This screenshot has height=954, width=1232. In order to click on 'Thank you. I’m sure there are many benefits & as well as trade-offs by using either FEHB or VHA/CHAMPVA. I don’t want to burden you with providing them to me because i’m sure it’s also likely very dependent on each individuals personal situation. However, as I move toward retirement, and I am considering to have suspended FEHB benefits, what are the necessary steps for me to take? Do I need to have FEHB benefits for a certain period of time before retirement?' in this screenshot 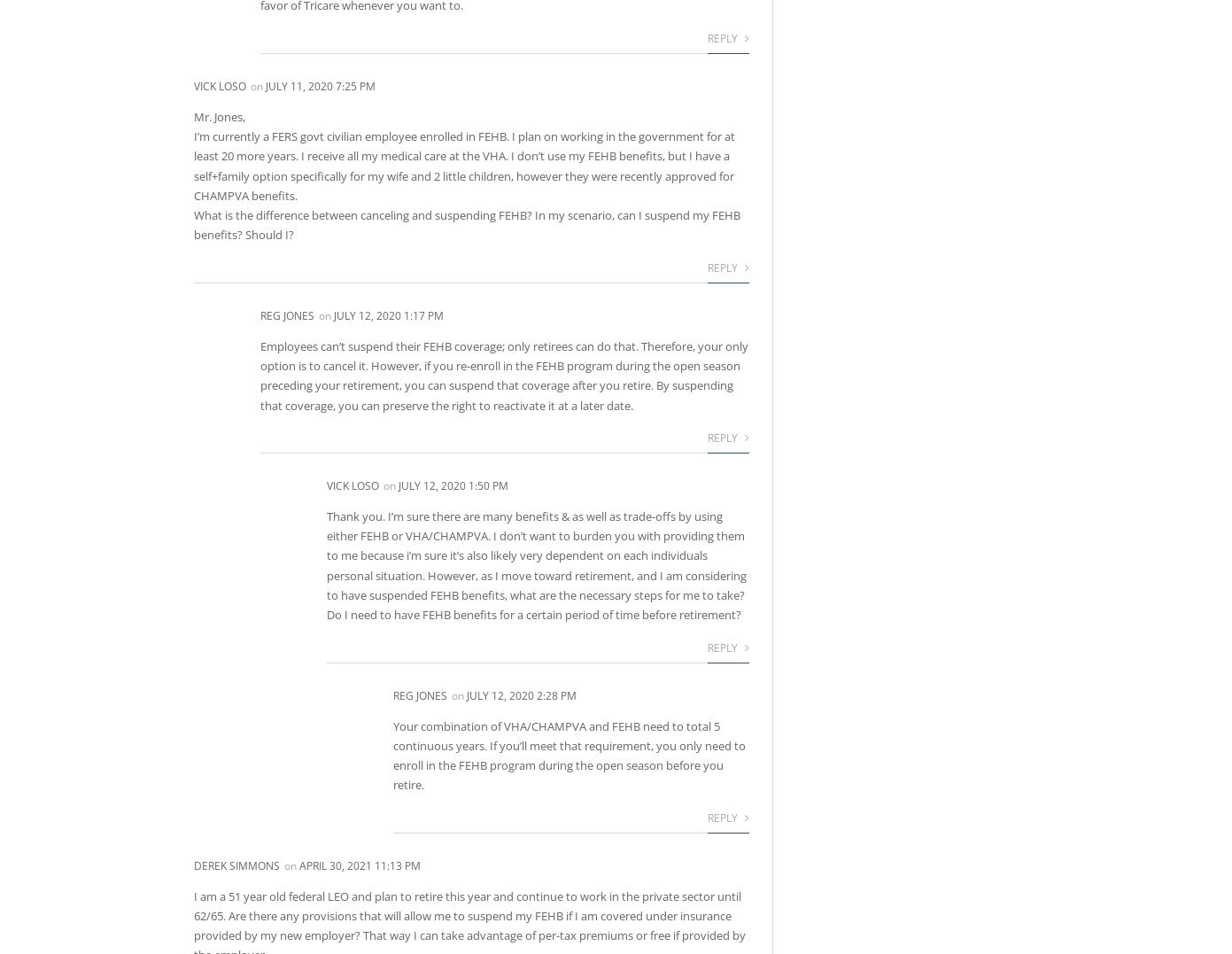, I will do `click(536, 565)`.